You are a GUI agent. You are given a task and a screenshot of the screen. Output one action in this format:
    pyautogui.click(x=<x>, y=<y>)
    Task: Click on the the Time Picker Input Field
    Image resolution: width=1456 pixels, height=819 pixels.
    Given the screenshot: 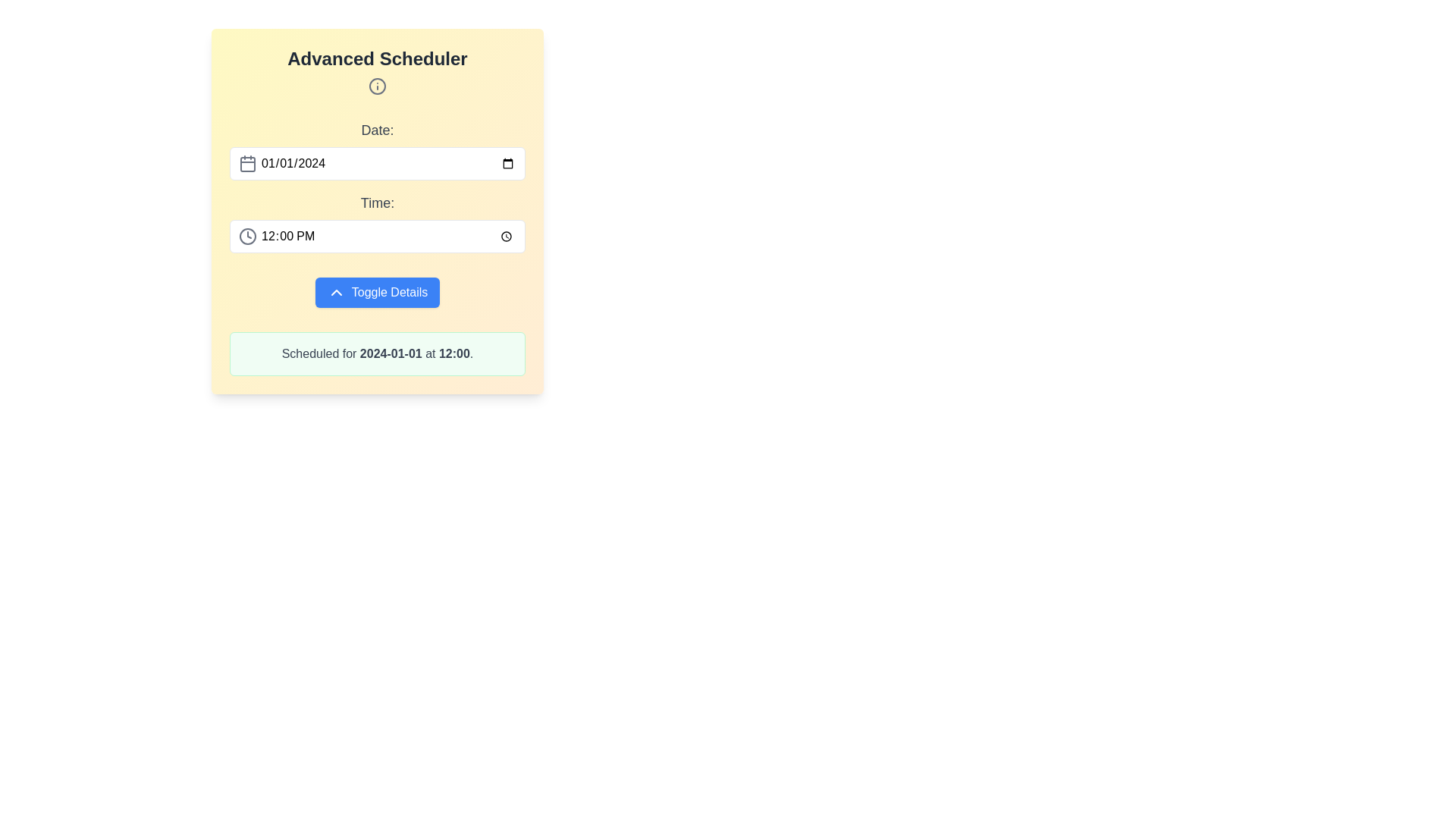 What is the action you would take?
    pyautogui.click(x=378, y=222)
    